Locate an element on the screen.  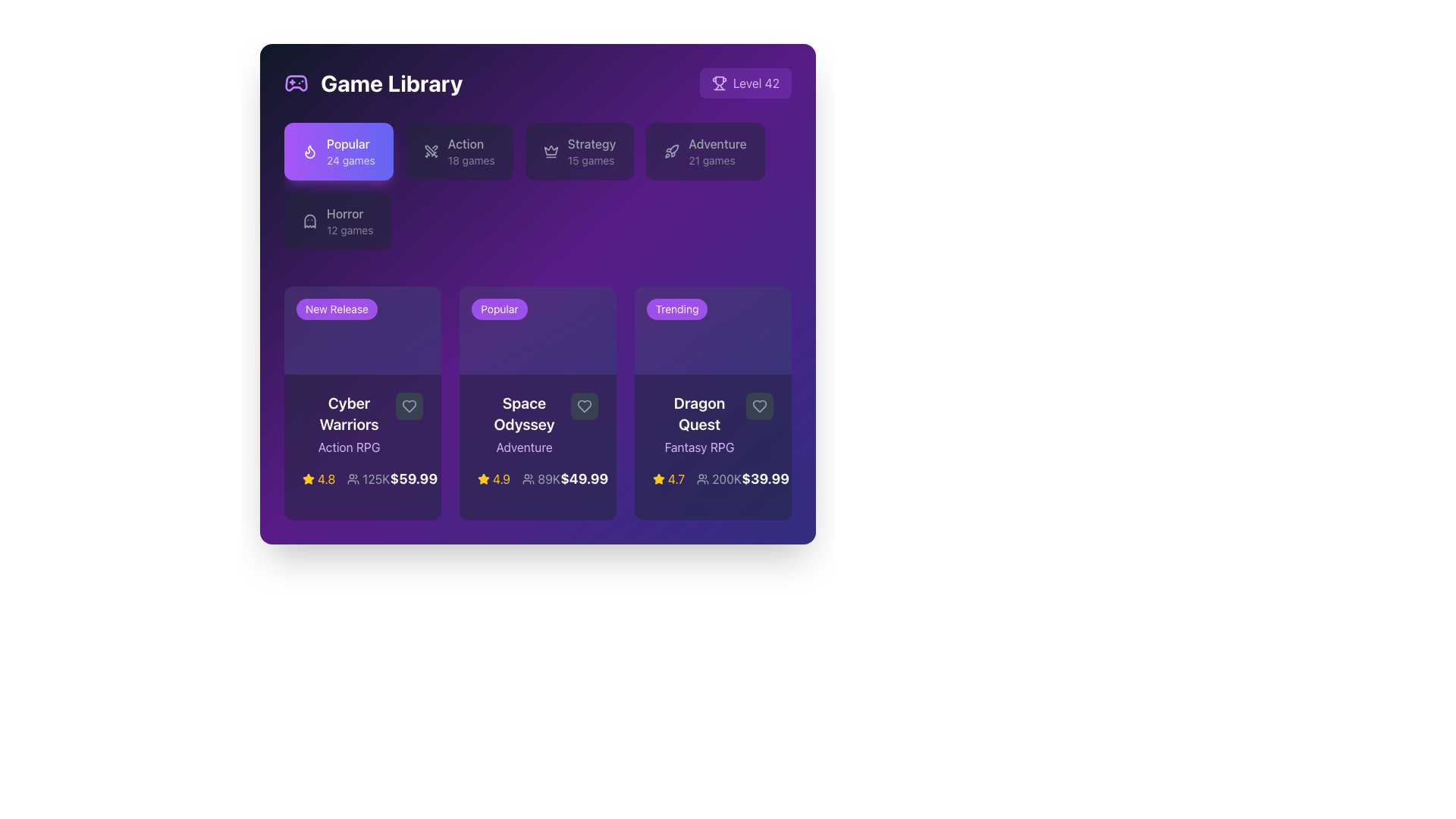
text 'Dragon Quest' and 'Fantasy RPG' from the main text display component in the third game card located in the lower section of the interface is located at coordinates (712, 425).